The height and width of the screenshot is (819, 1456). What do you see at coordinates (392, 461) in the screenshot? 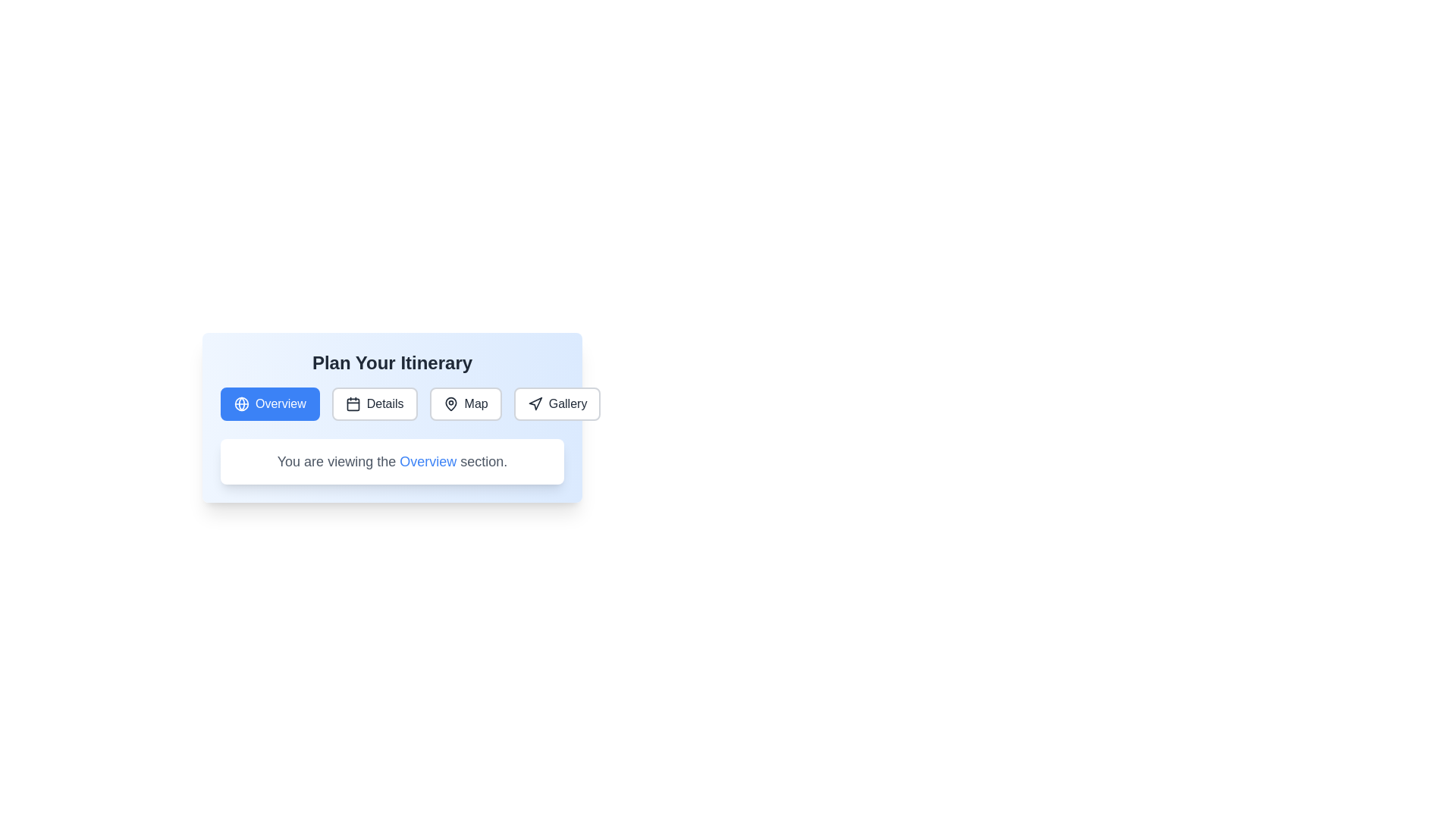
I see `the informational static text located below the navigation buttons labeled 'Overview', 'Details', 'Map', and 'Gallery', which provides a message about the current section being viewed` at bounding box center [392, 461].